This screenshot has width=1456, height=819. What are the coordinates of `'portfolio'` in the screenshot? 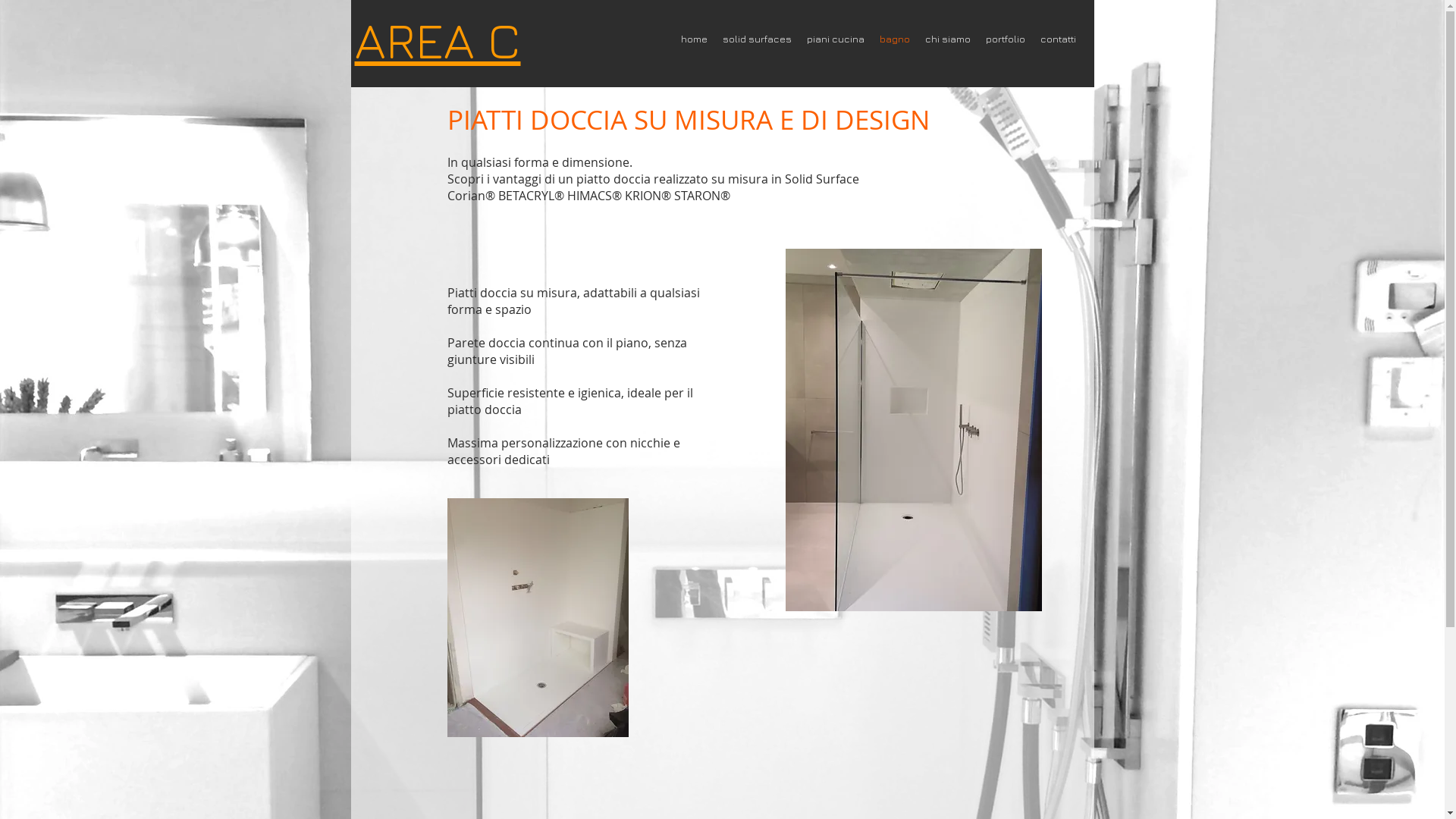 It's located at (1005, 38).